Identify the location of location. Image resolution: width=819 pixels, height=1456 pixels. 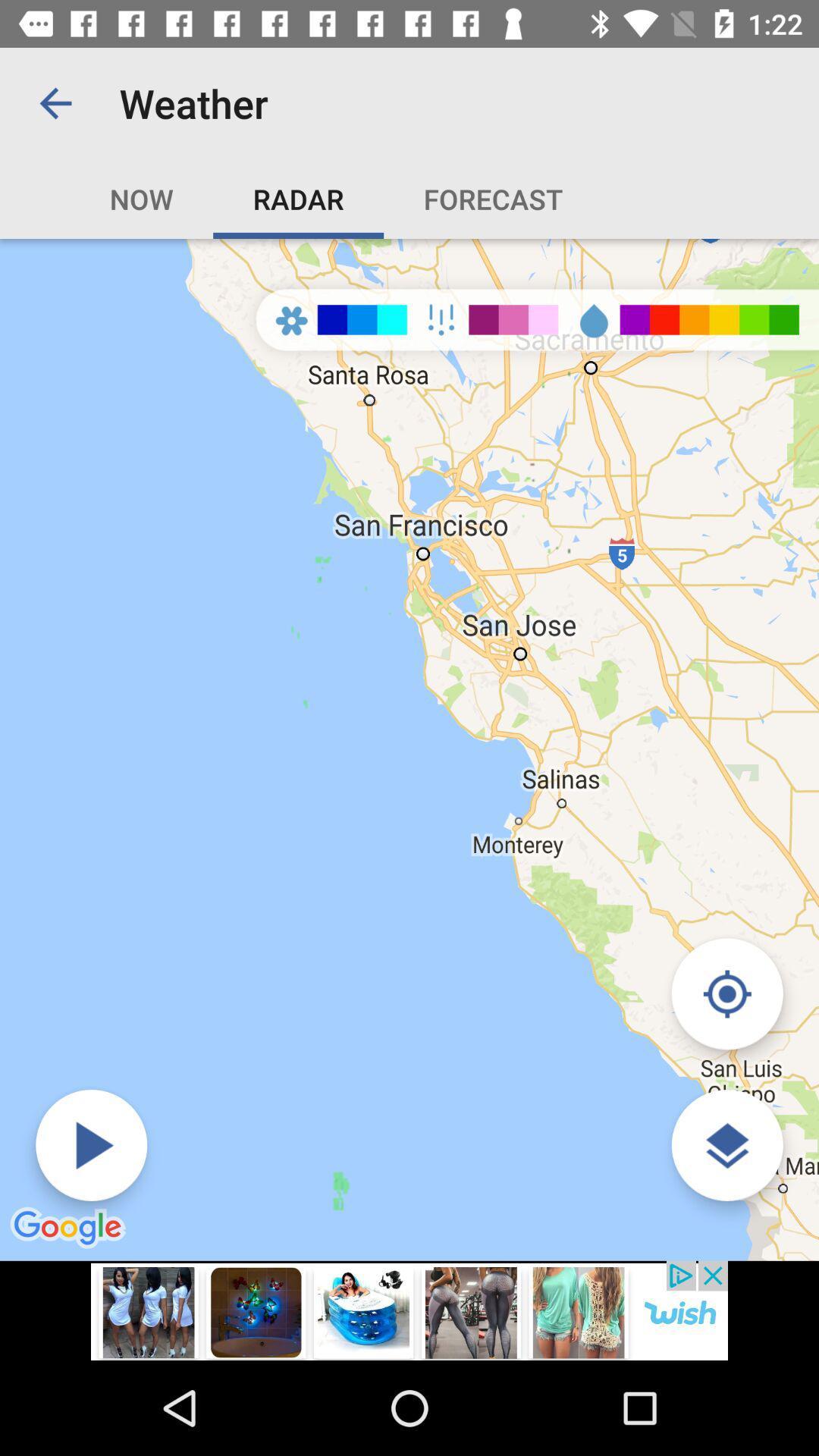
(726, 993).